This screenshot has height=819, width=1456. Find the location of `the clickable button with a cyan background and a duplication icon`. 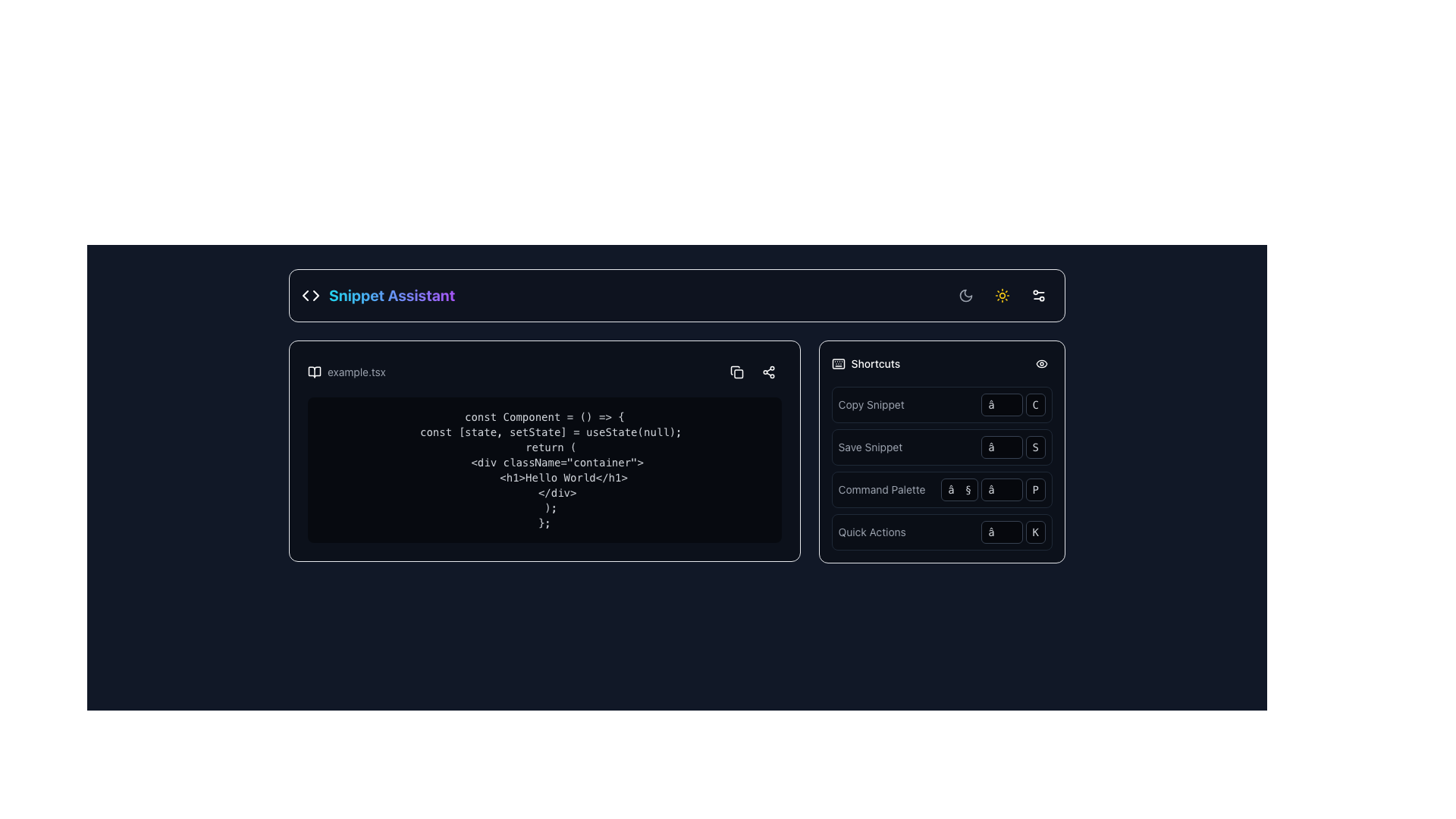

the clickable button with a cyan background and a duplication icon is located at coordinates (736, 372).